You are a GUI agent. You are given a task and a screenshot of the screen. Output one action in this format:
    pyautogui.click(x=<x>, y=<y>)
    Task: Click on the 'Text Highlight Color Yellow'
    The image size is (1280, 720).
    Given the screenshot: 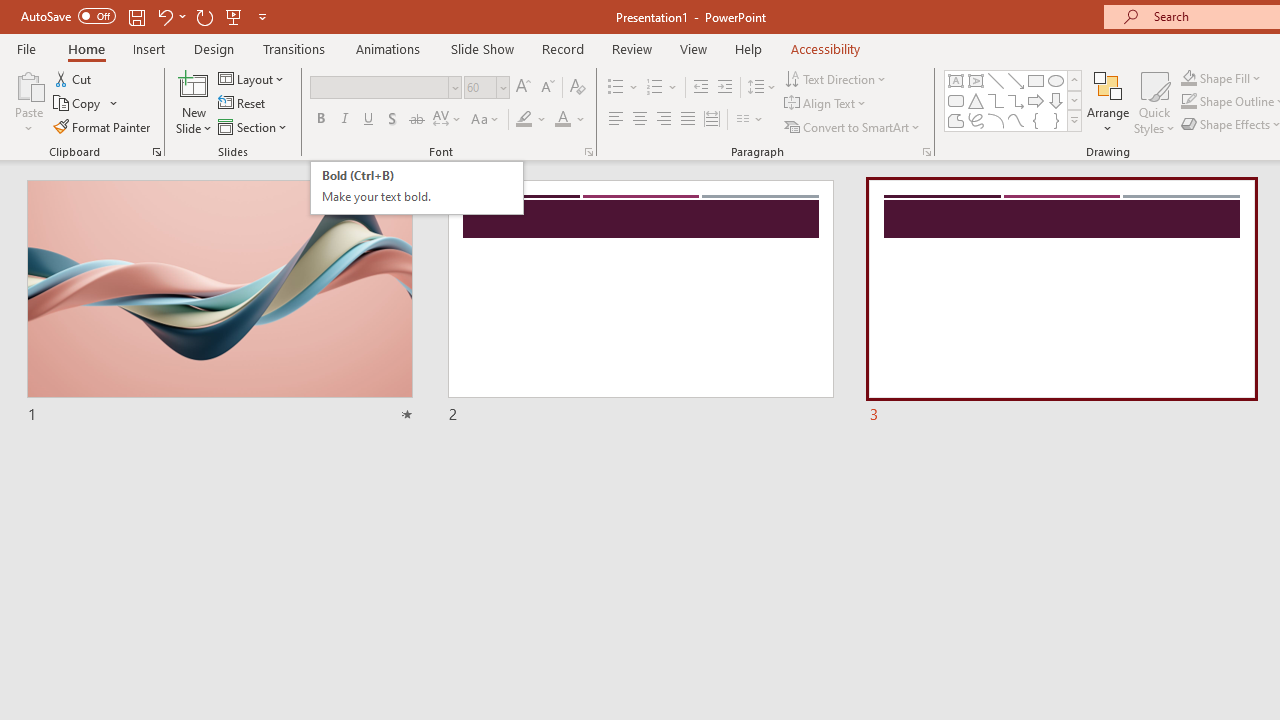 What is the action you would take?
    pyautogui.click(x=524, y=119)
    